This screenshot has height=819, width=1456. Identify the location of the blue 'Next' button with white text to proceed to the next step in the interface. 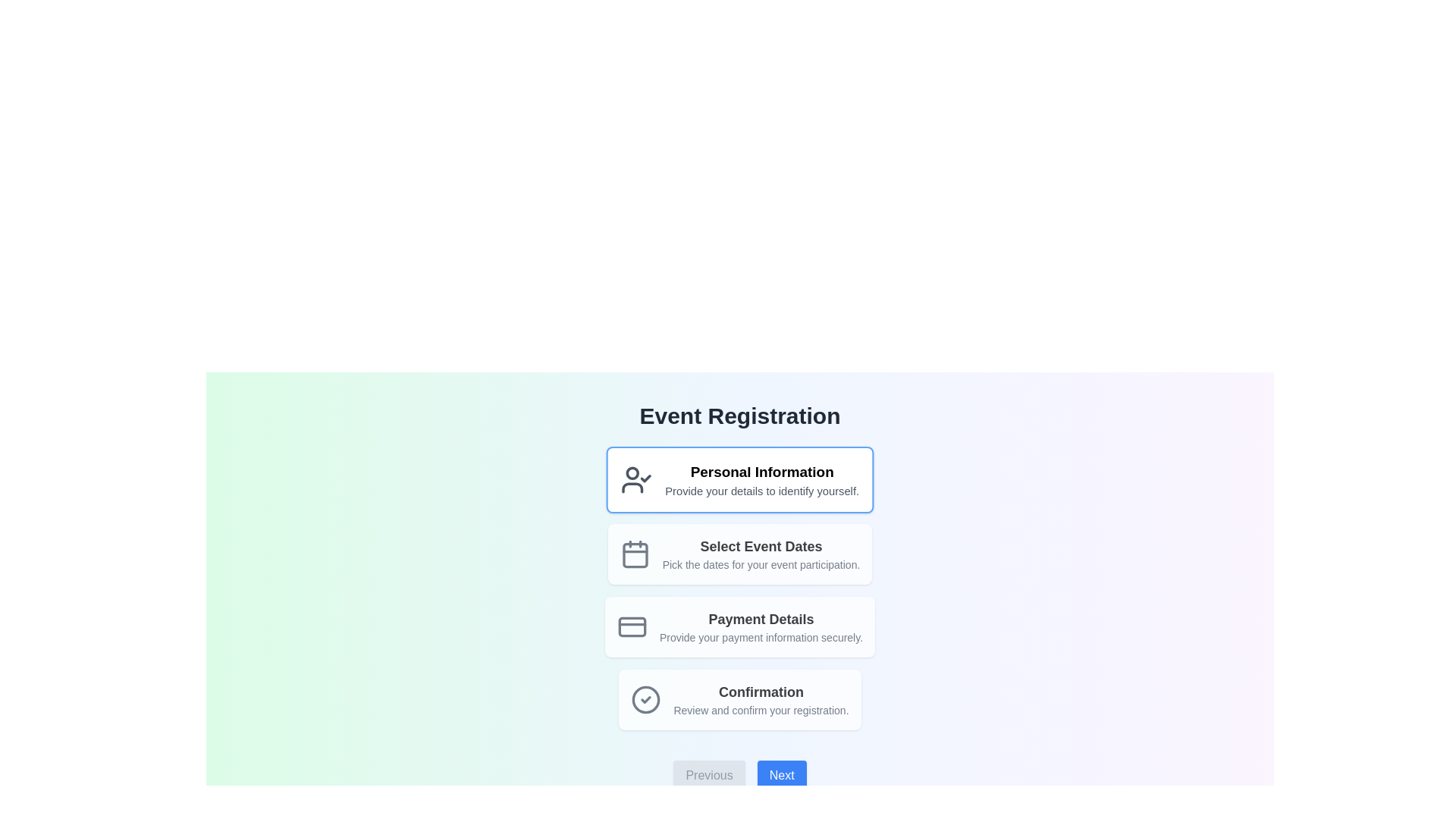
(782, 775).